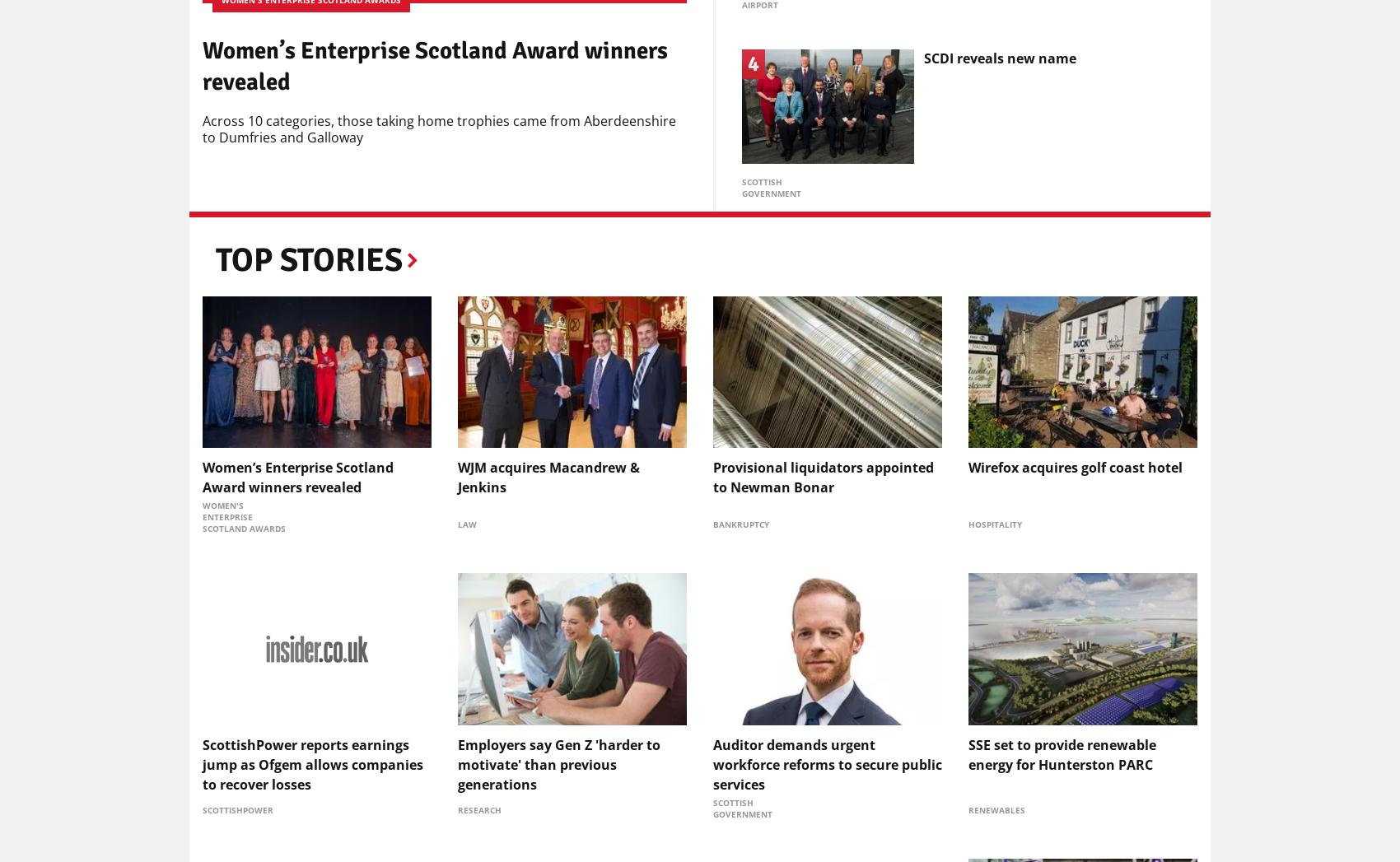 This screenshot has width=1400, height=862. I want to click on 'Employers say Gen Z 'harder to motivate' than previous generations', so click(558, 763).